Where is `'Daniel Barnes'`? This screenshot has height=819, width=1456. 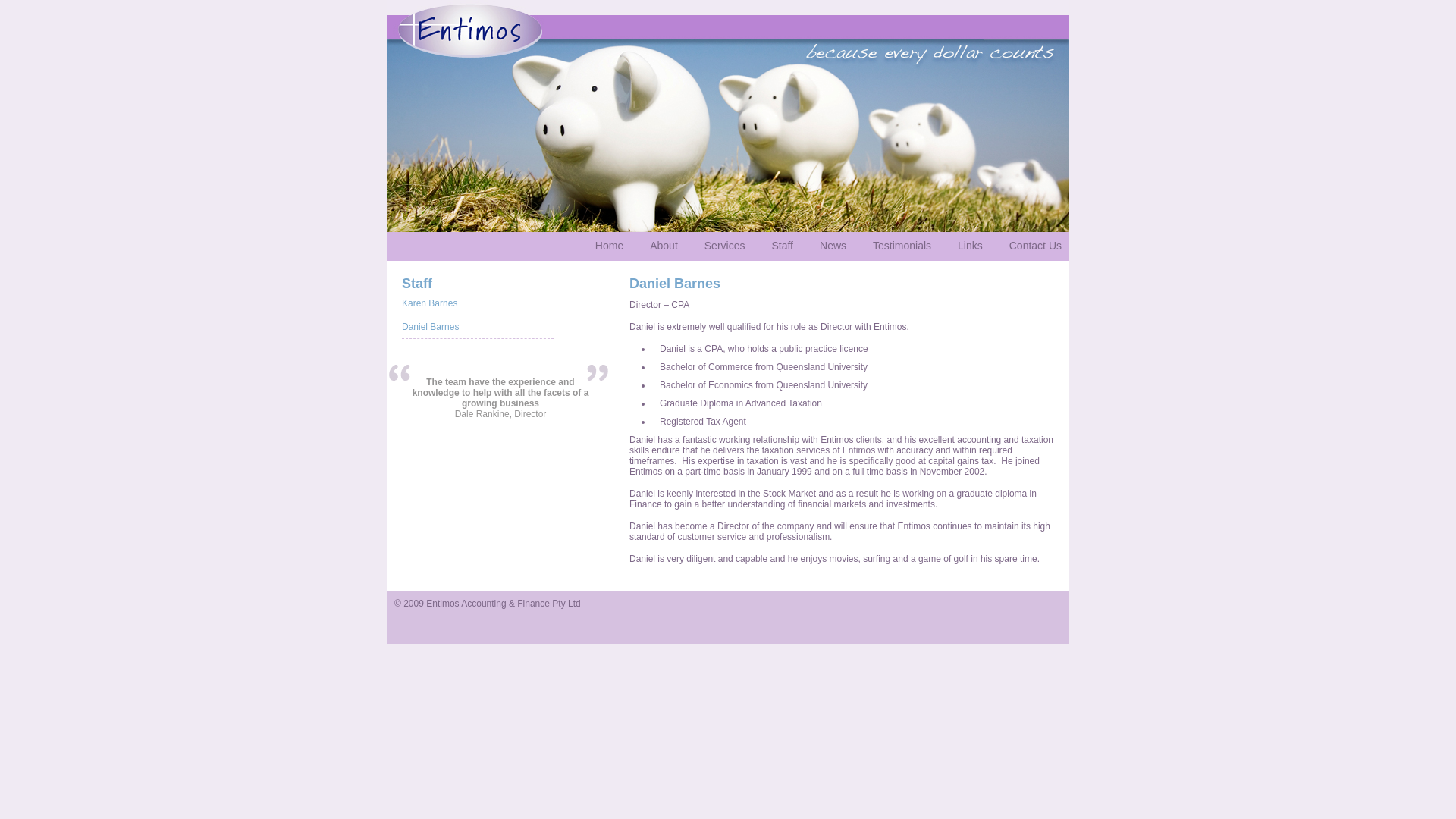 'Daniel Barnes' is located at coordinates (429, 326).